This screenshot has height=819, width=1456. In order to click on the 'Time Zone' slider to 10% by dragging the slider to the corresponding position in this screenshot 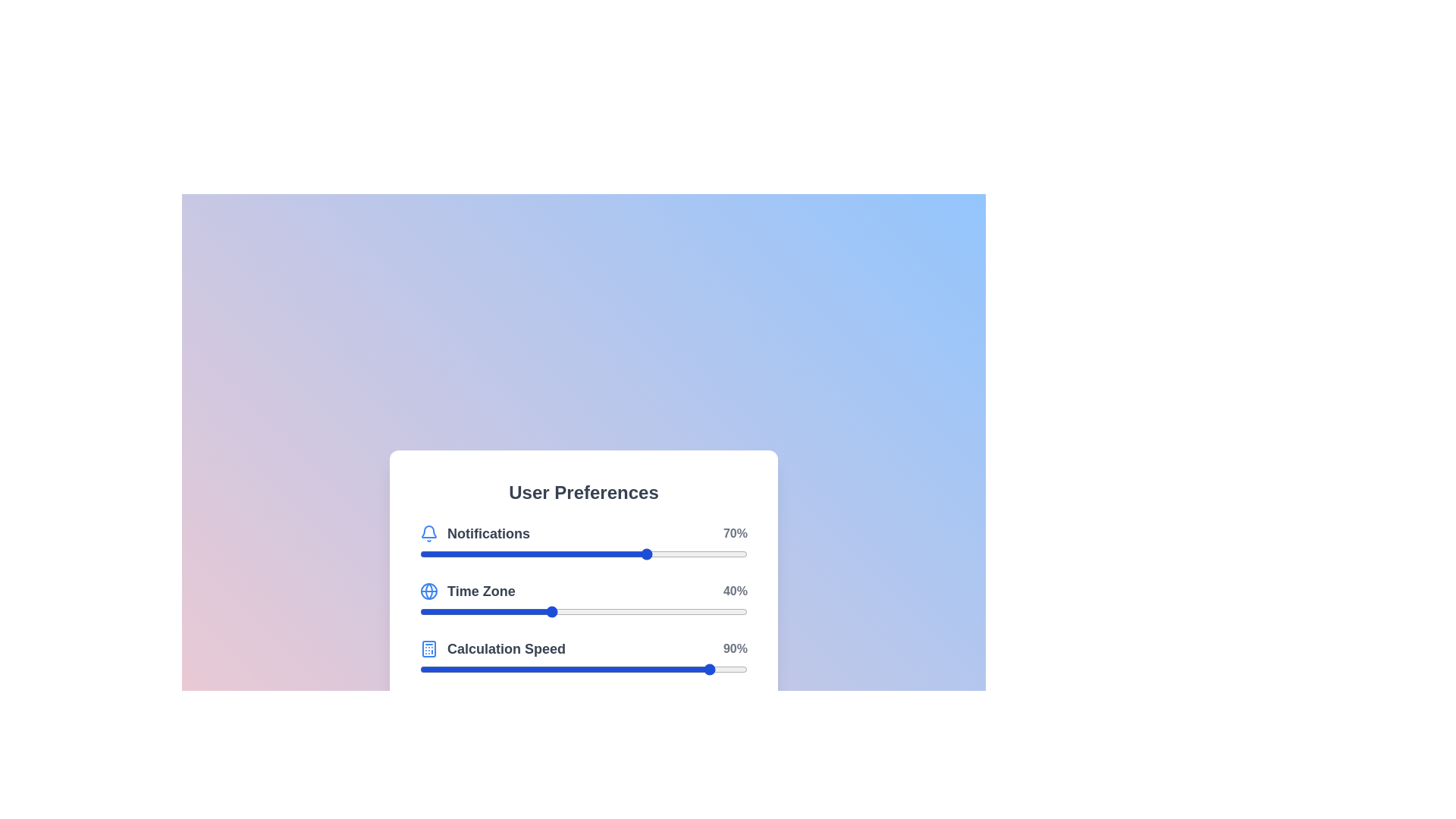, I will do `click(452, 610)`.